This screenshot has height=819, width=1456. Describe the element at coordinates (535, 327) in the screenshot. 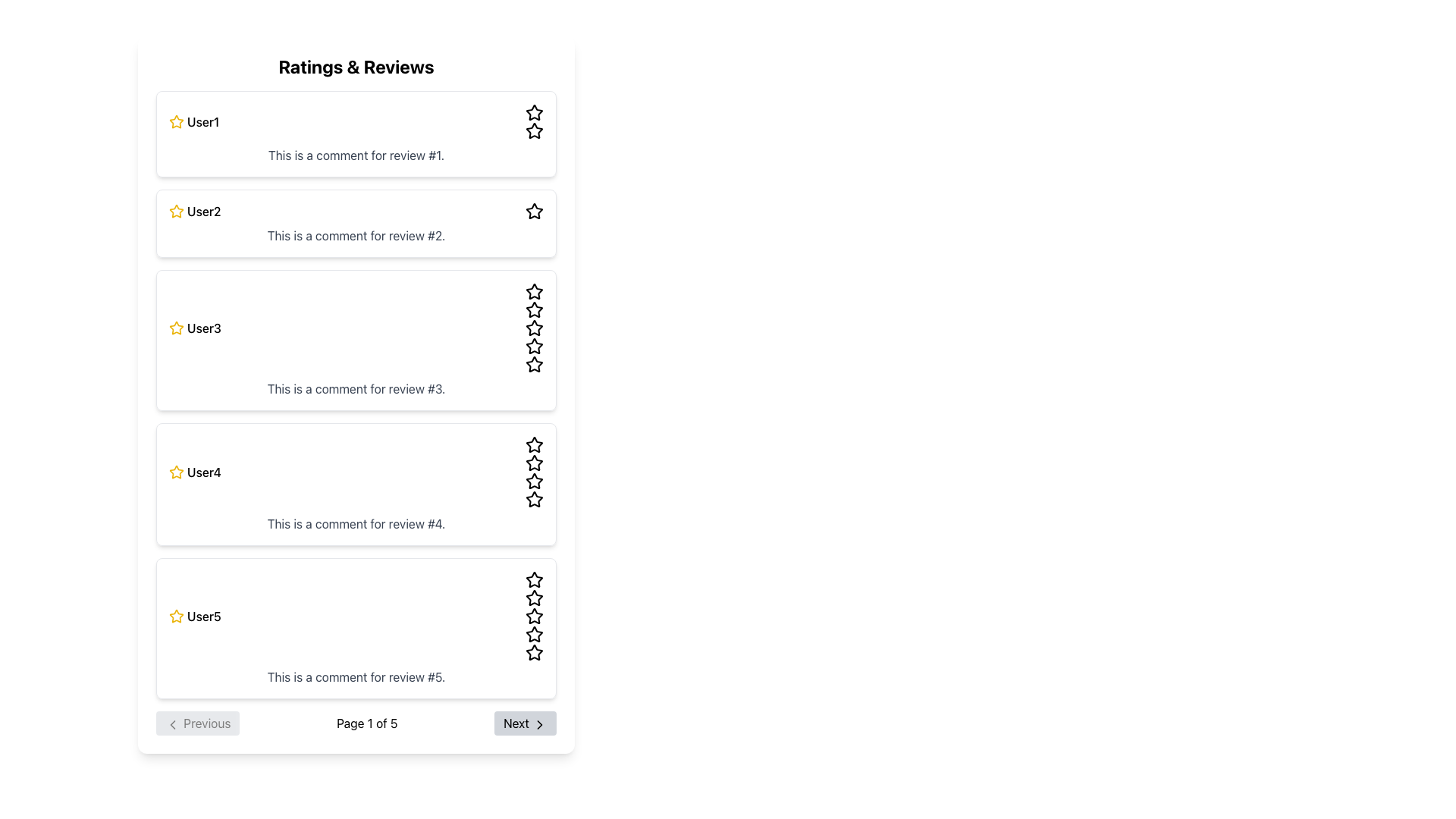

I see `the third star icon in the rating component associated with 'User3'` at that location.